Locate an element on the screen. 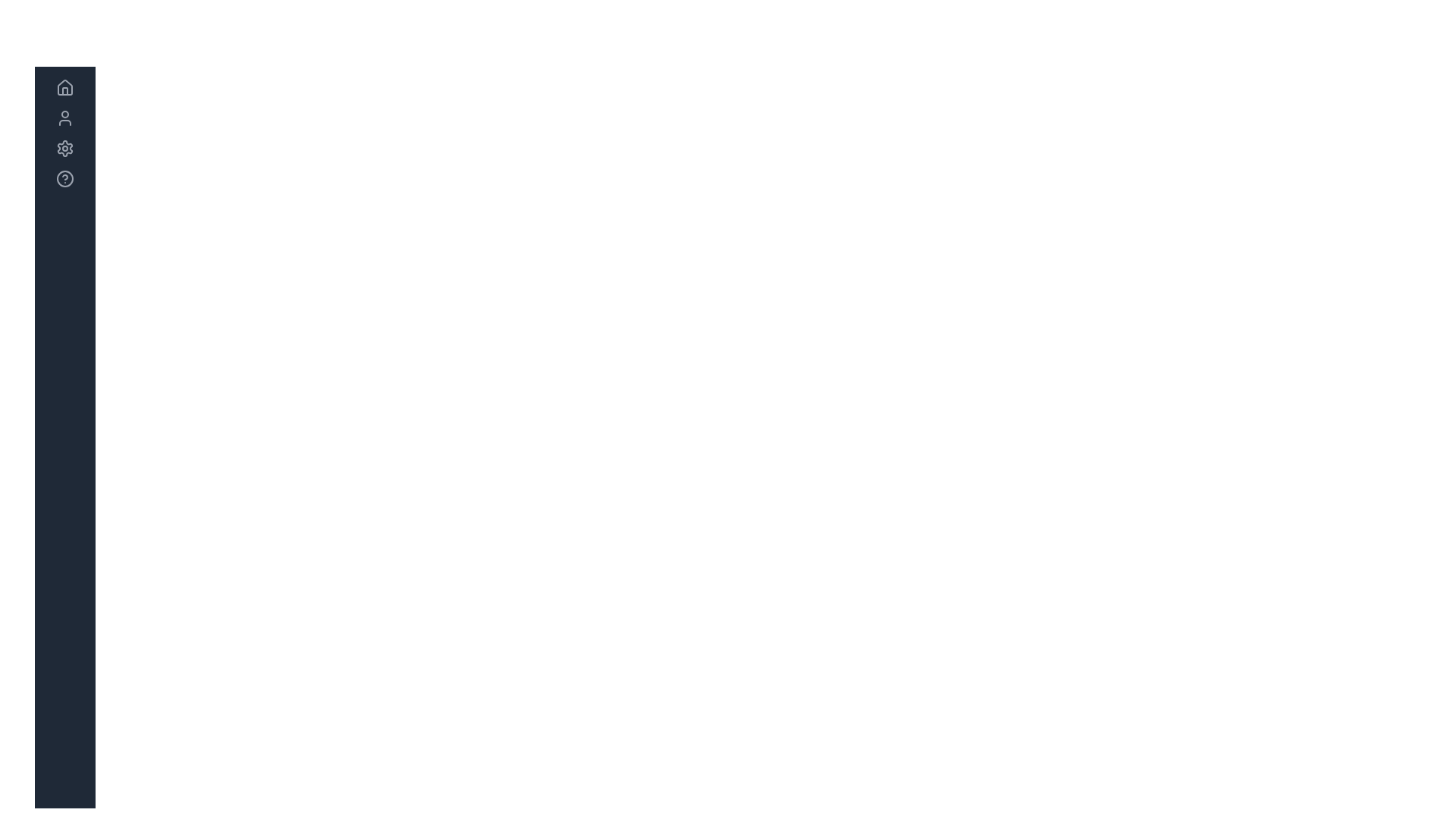 This screenshot has height=819, width=1456. the house icon located at the top of the vertical navigation bar on the far left side of the interface is located at coordinates (64, 87).